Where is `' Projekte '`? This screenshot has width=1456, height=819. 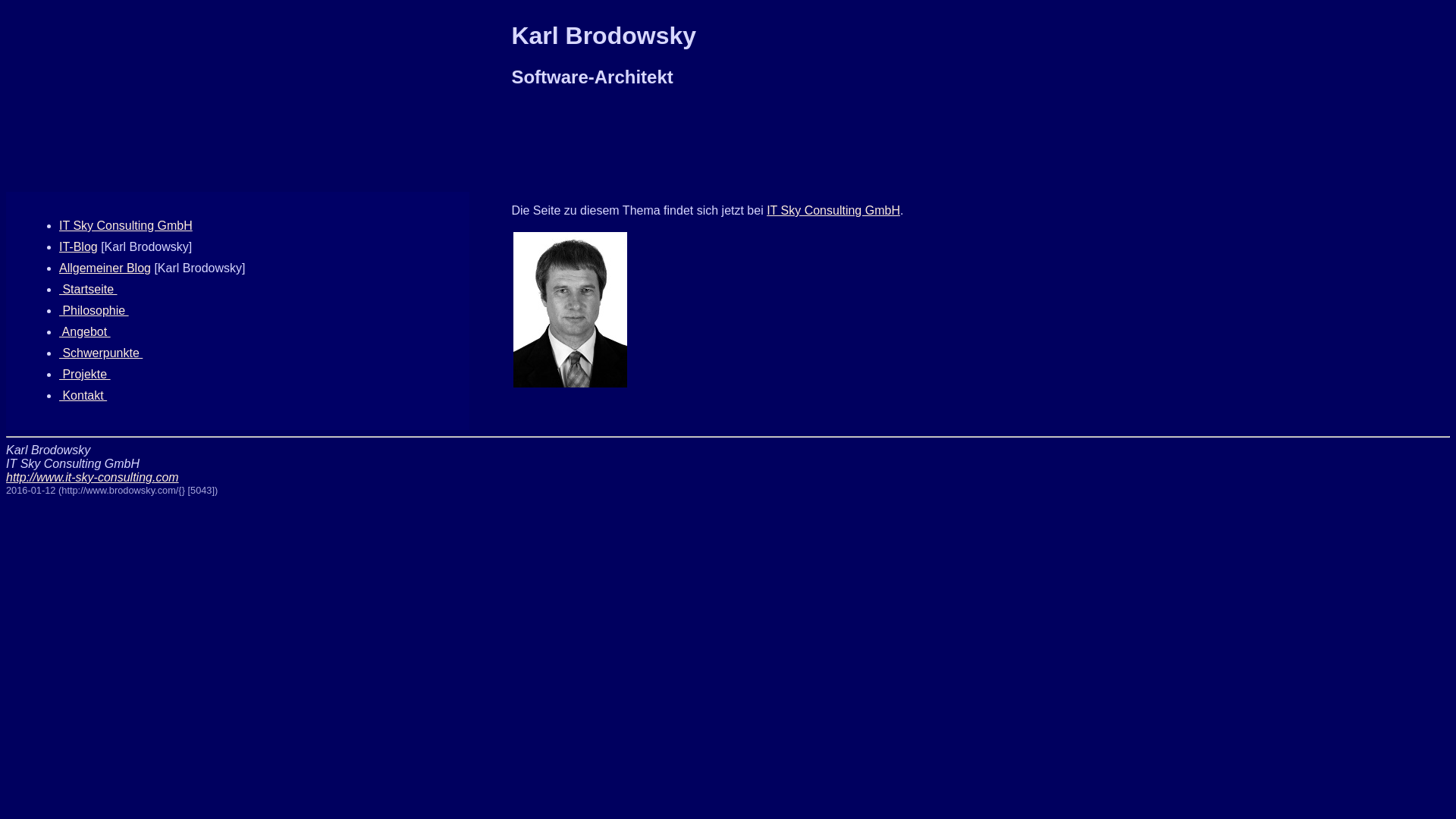 ' Projekte ' is located at coordinates (83, 374).